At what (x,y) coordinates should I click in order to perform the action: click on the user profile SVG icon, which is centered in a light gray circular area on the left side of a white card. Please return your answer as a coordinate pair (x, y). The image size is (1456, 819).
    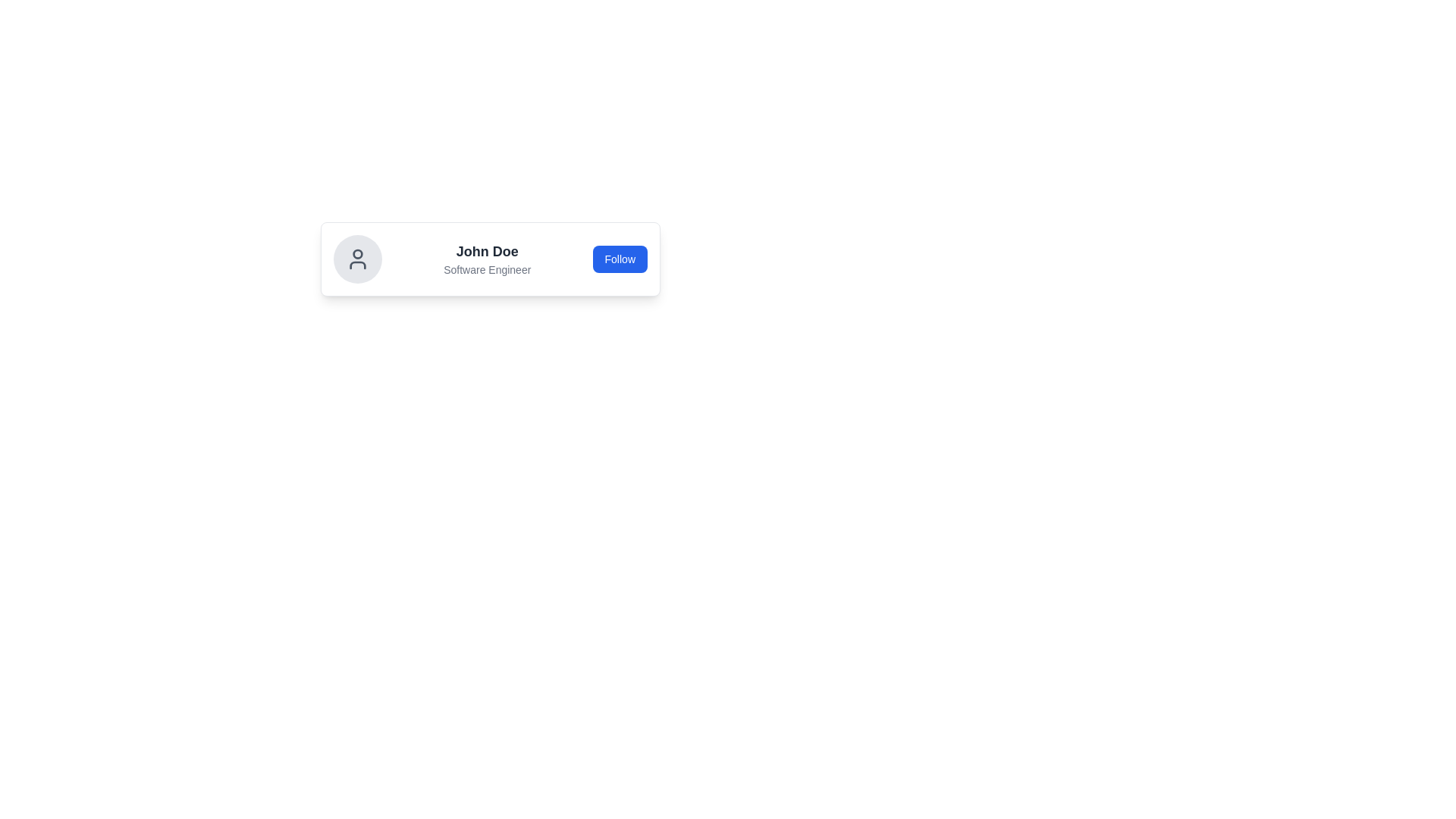
    Looking at the image, I should click on (356, 259).